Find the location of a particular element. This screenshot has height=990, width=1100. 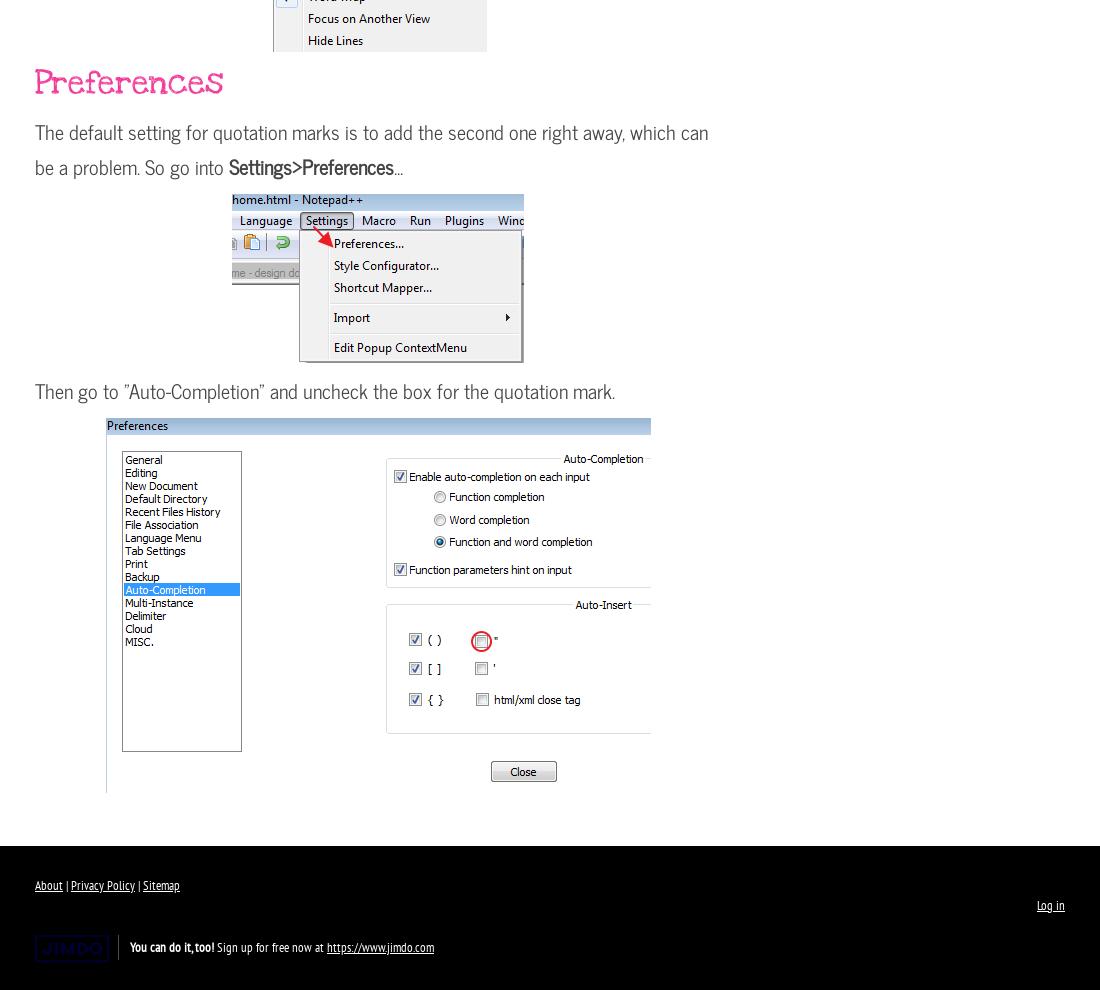

'...' is located at coordinates (394, 166).